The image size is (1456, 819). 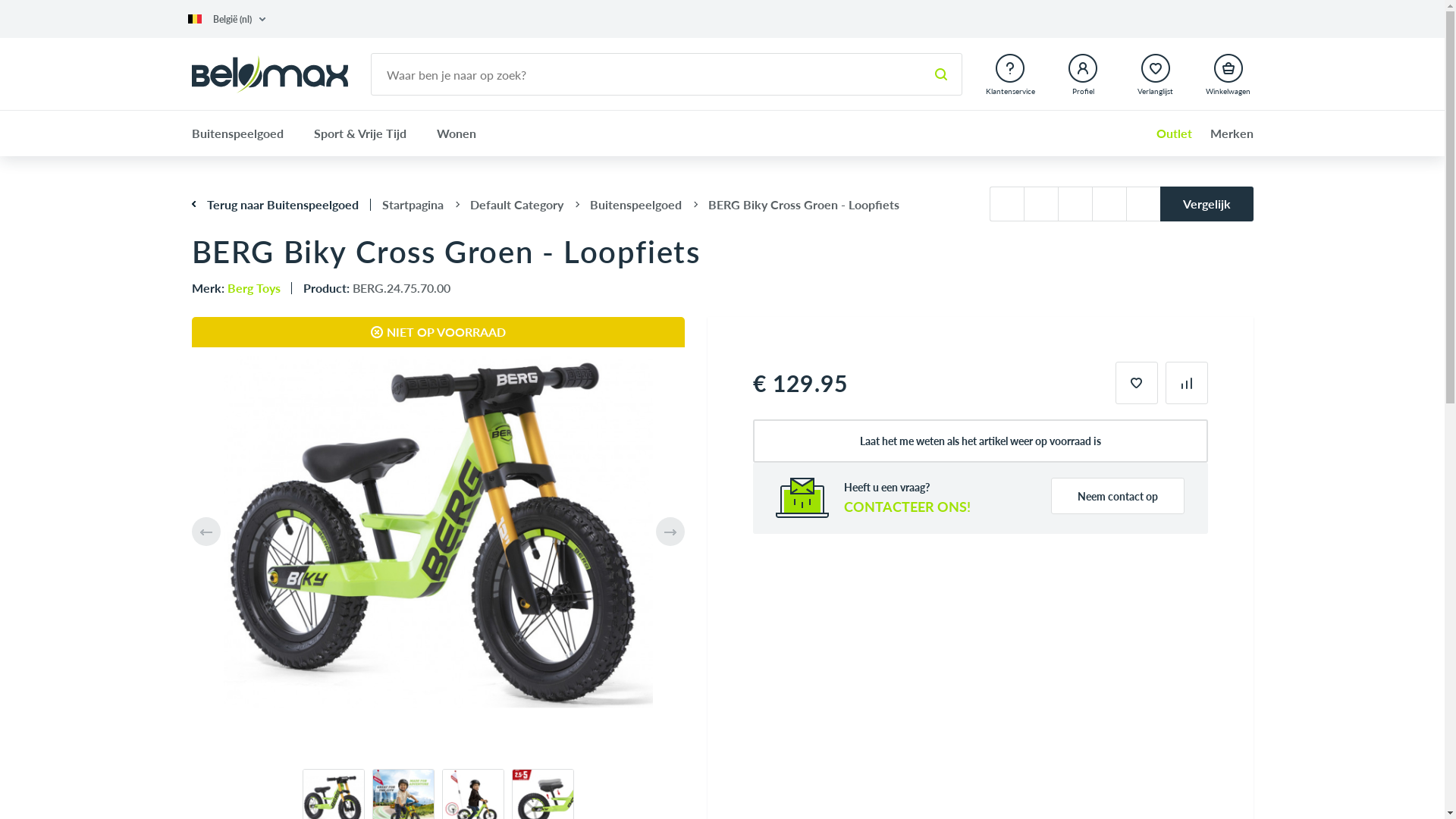 I want to click on 'Merken', so click(x=1224, y=133).